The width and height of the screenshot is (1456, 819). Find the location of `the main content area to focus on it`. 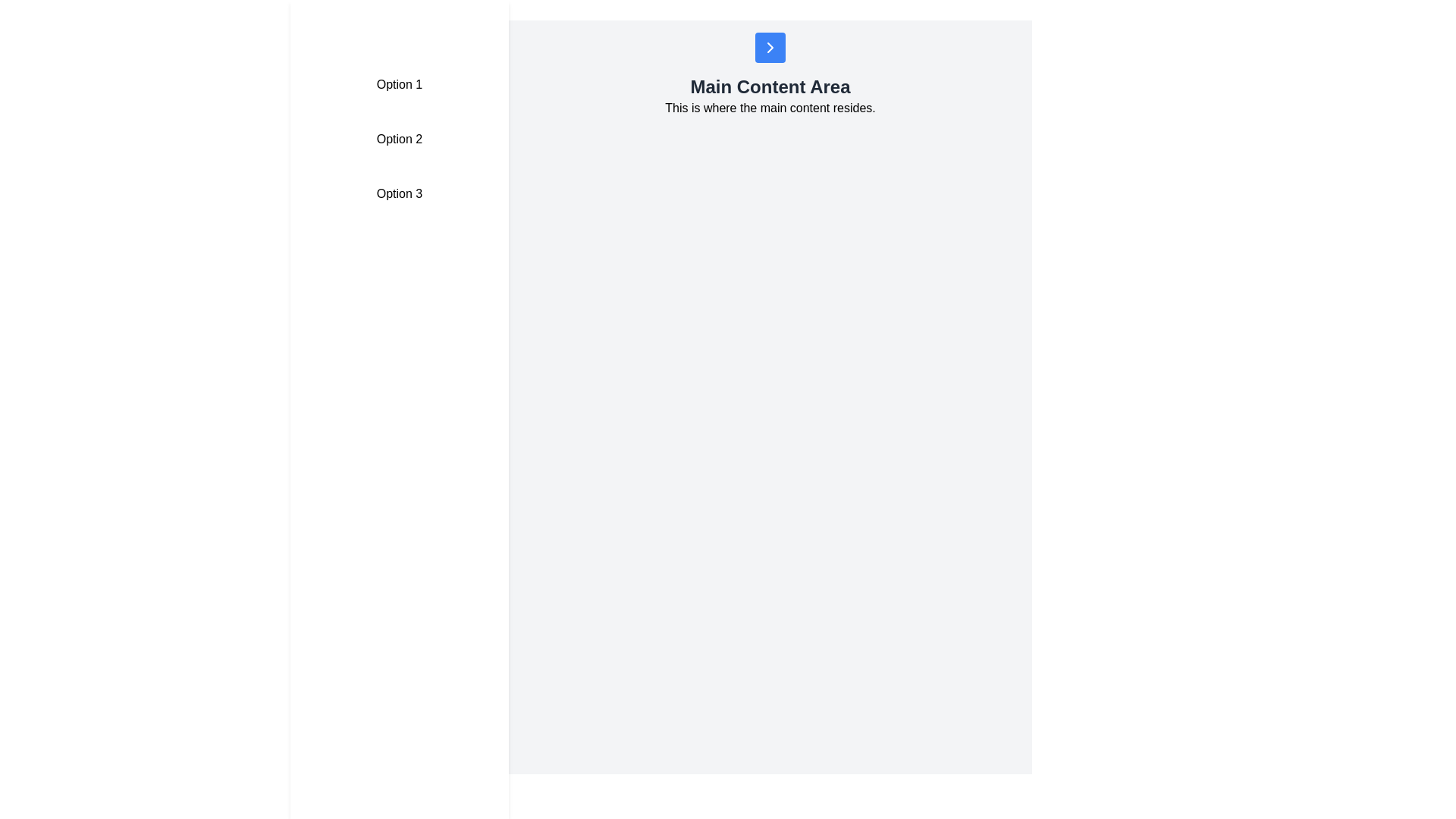

the main content area to focus on it is located at coordinates (770, 430).